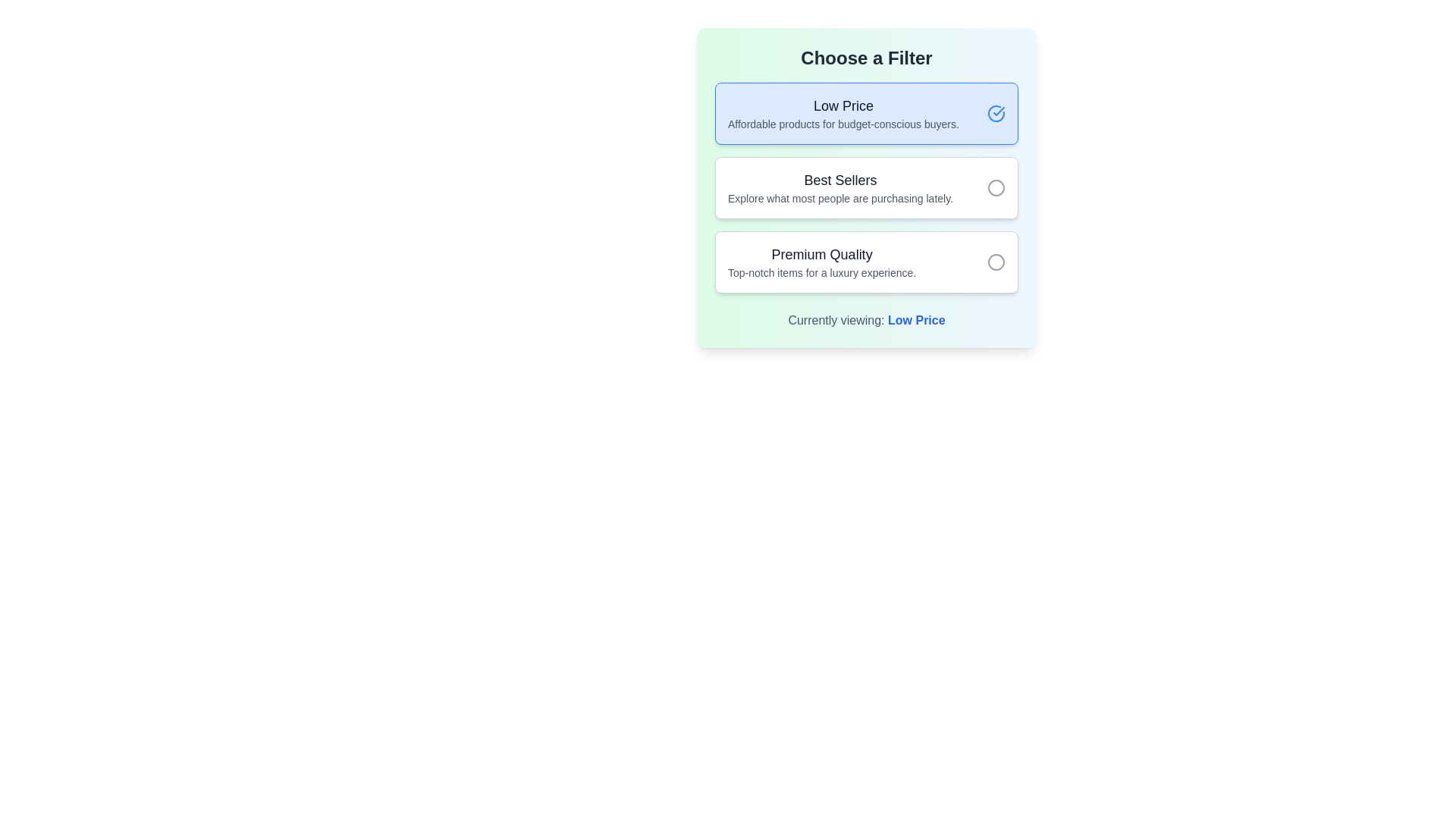 The width and height of the screenshot is (1456, 819). I want to click on the circular icon with a gray outer border located within the 'Best Sellers' button, positioned to the right of the button's text, so click(996, 187).